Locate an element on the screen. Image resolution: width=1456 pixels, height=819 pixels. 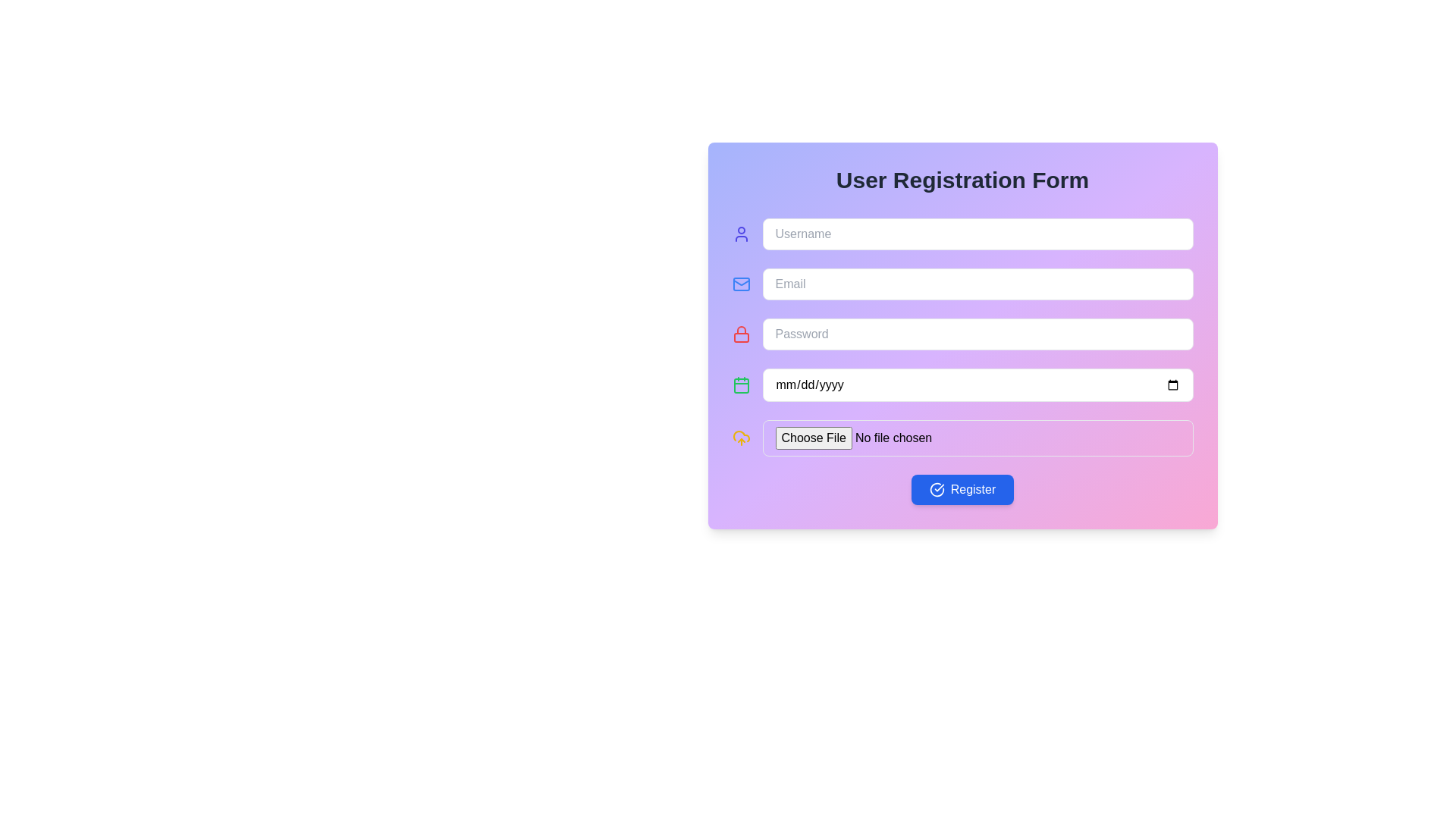
the 'Register' button located at the bottom of the form to initiate the registration process is located at coordinates (936, 489).